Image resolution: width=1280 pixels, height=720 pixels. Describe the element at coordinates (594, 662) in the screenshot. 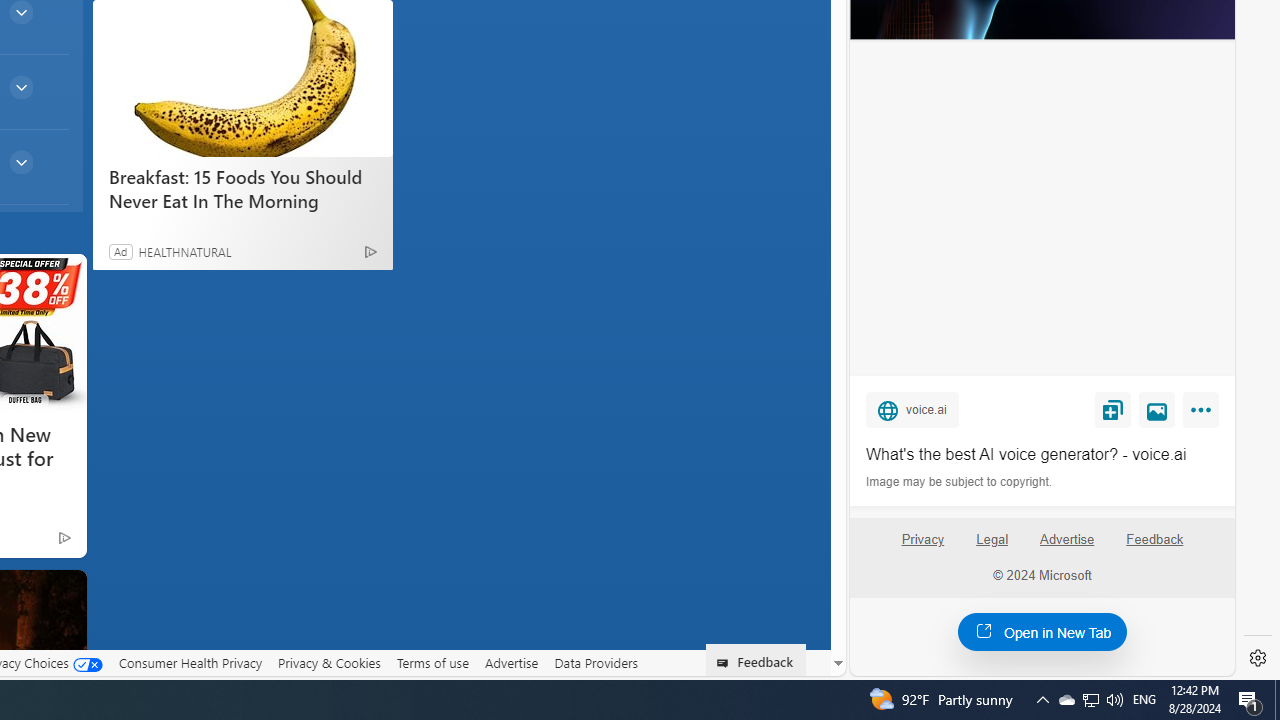

I see `'Data Providers'` at that location.